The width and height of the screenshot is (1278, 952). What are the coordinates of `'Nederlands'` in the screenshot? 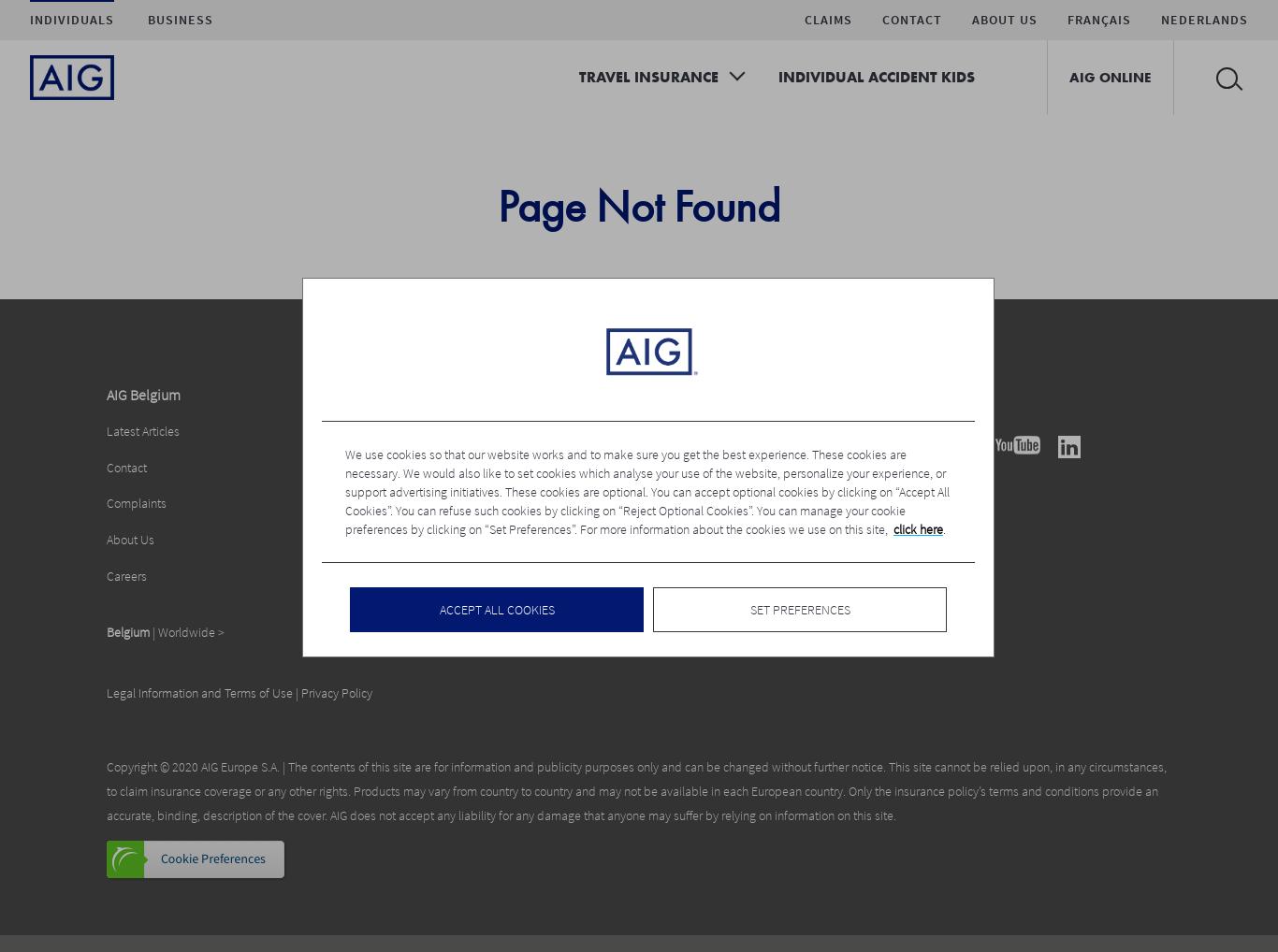 It's located at (1203, 18).